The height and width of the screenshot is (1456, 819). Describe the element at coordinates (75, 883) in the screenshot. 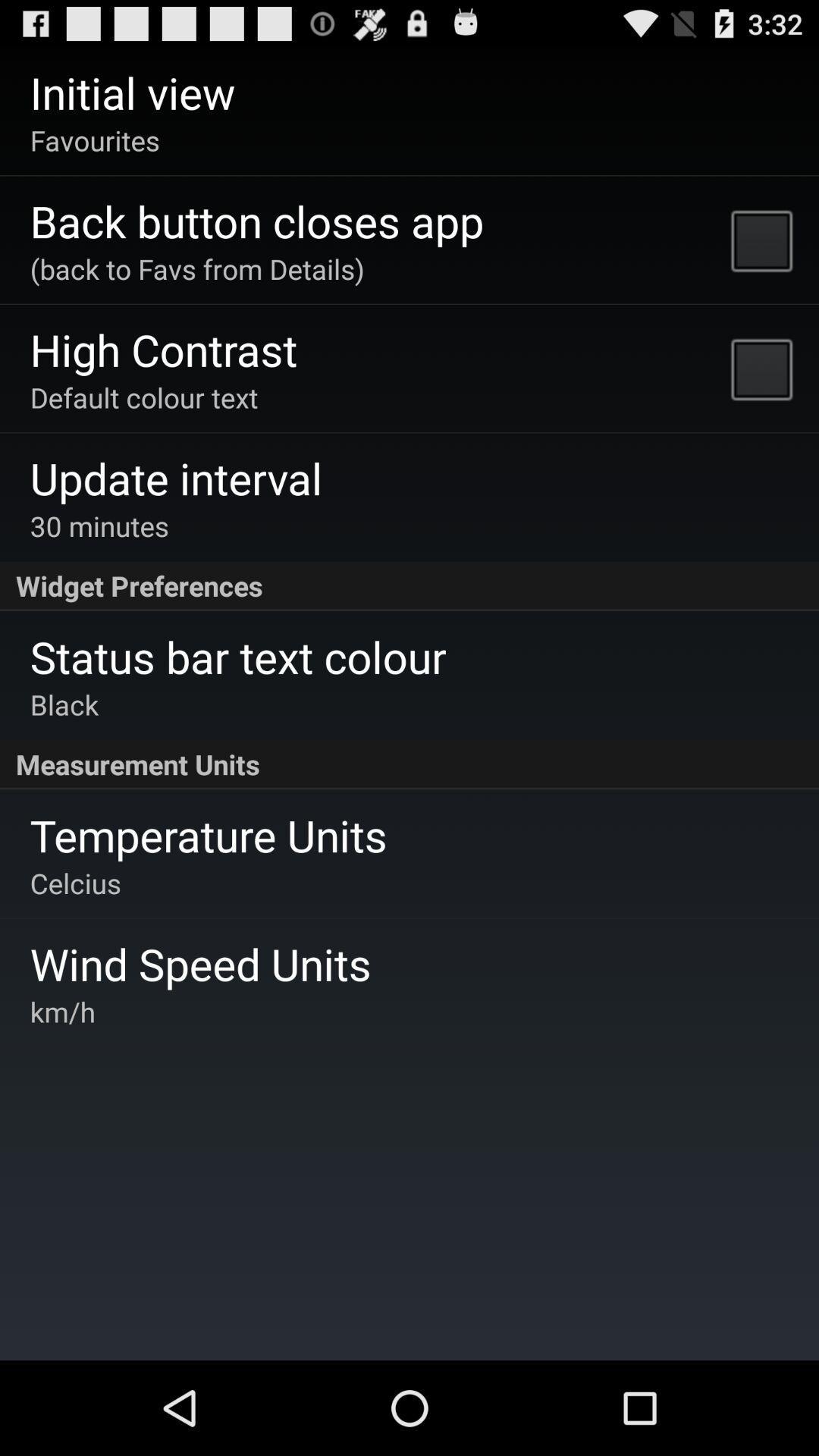

I see `the item below temperature units` at that location.